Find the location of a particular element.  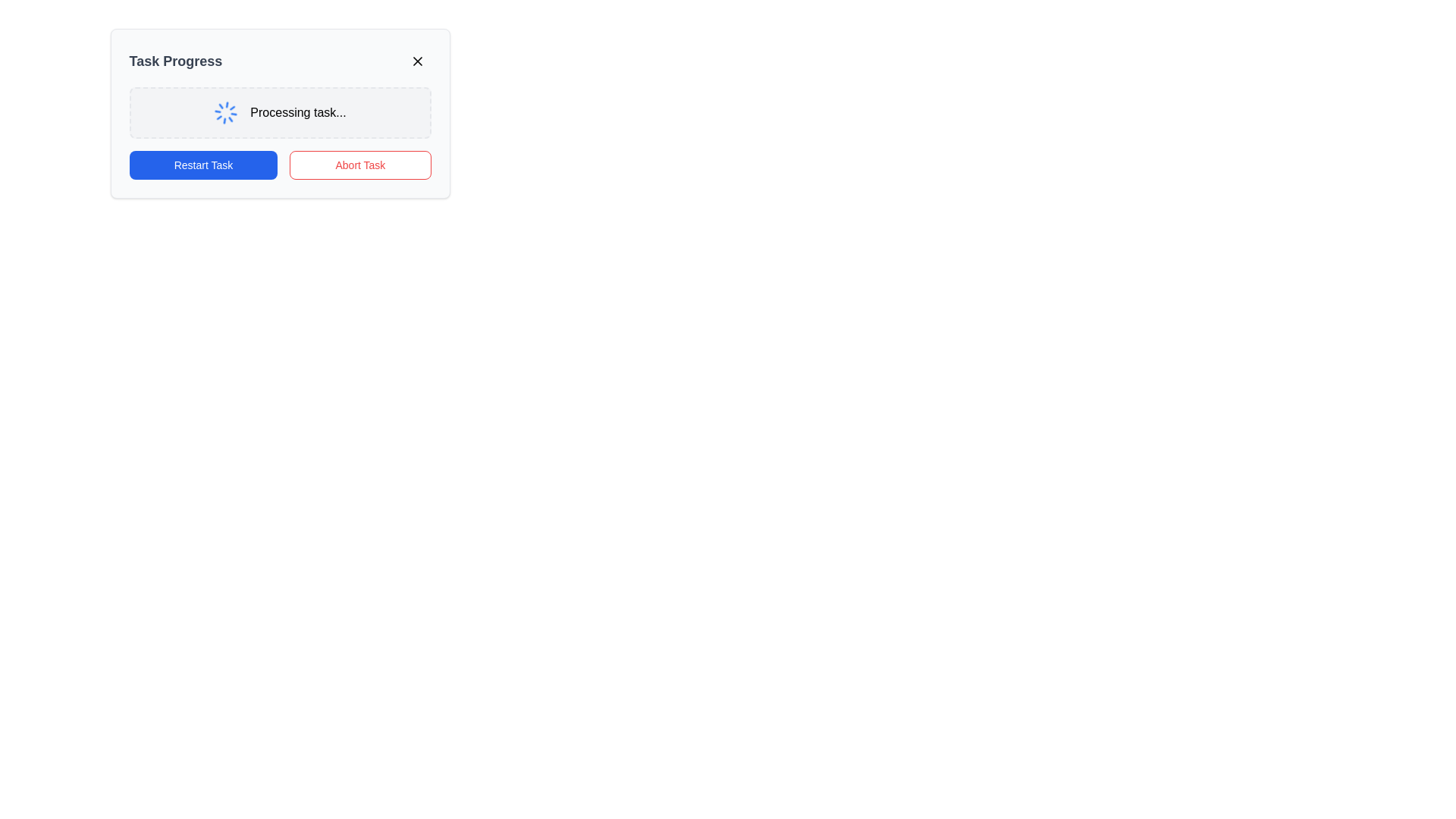

the abort button located to the right of the 'Restart Task' button to observe the hover effect is located at coordinates (359, 165).